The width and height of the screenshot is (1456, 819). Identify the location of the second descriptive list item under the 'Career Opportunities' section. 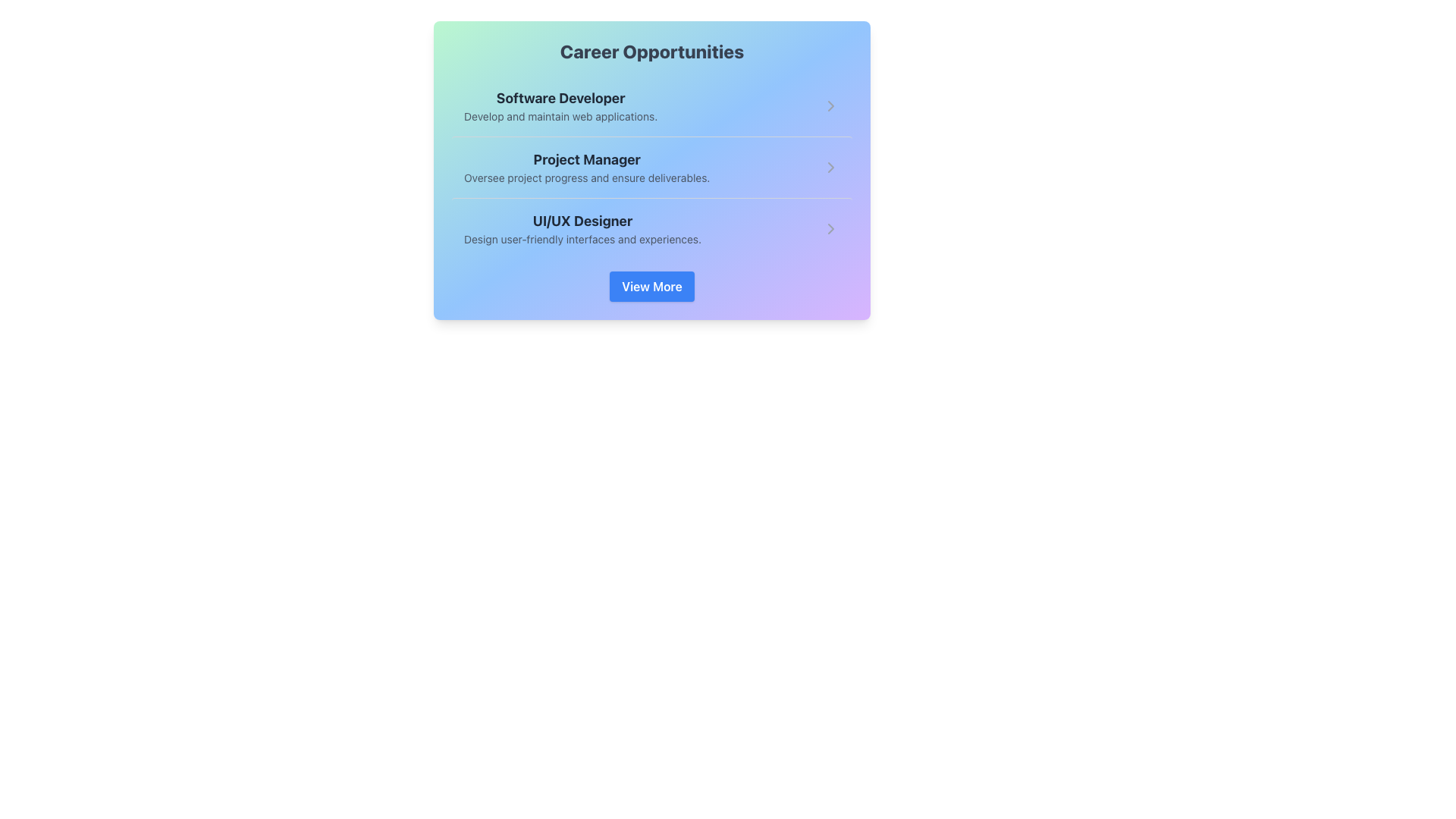
(651, 167).